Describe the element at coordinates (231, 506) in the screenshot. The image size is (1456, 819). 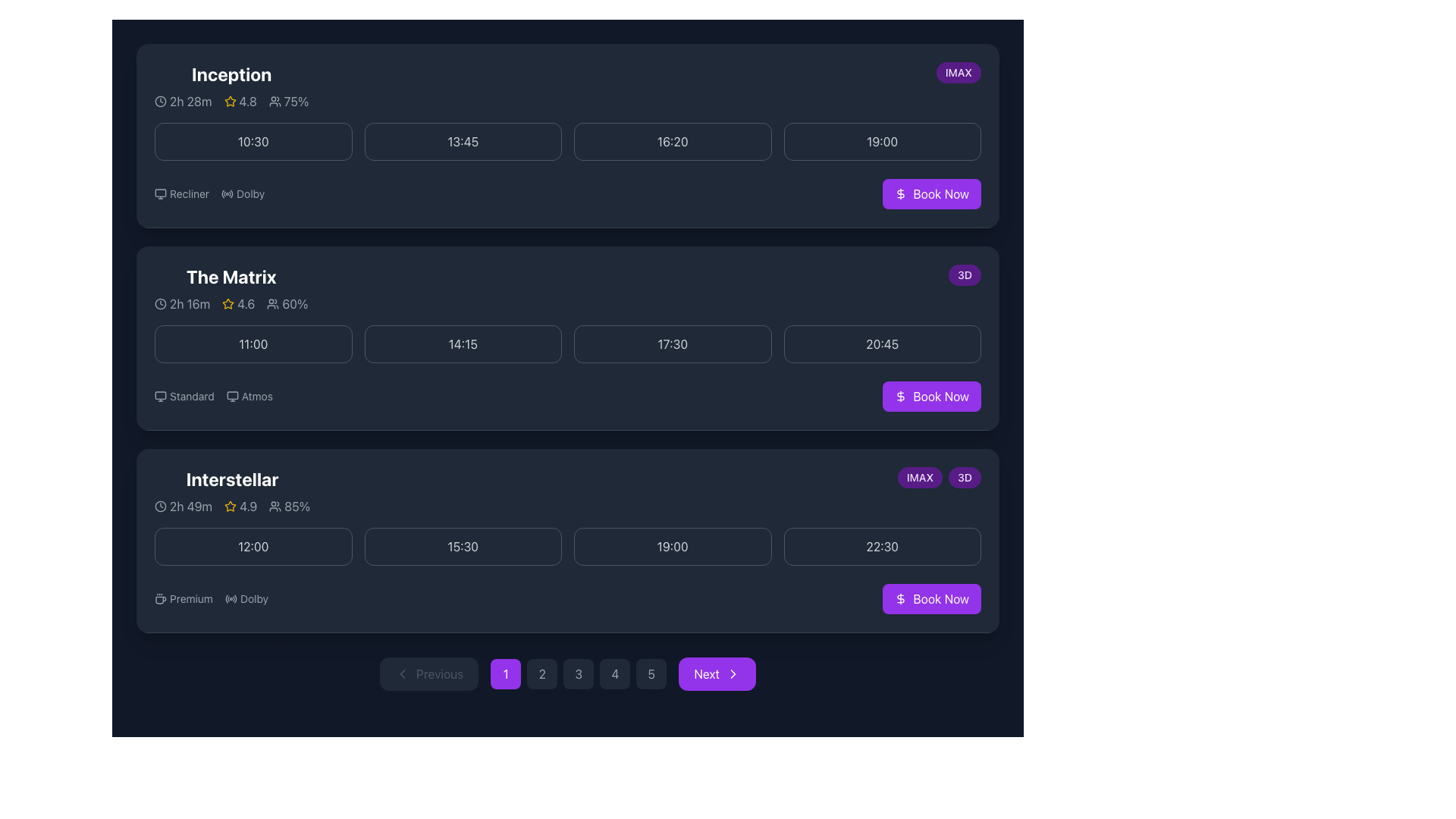
I see `the movie rating icon located between the clock icon and the rating number text '4.9' under the 'Interstellar' movie section` at that location.